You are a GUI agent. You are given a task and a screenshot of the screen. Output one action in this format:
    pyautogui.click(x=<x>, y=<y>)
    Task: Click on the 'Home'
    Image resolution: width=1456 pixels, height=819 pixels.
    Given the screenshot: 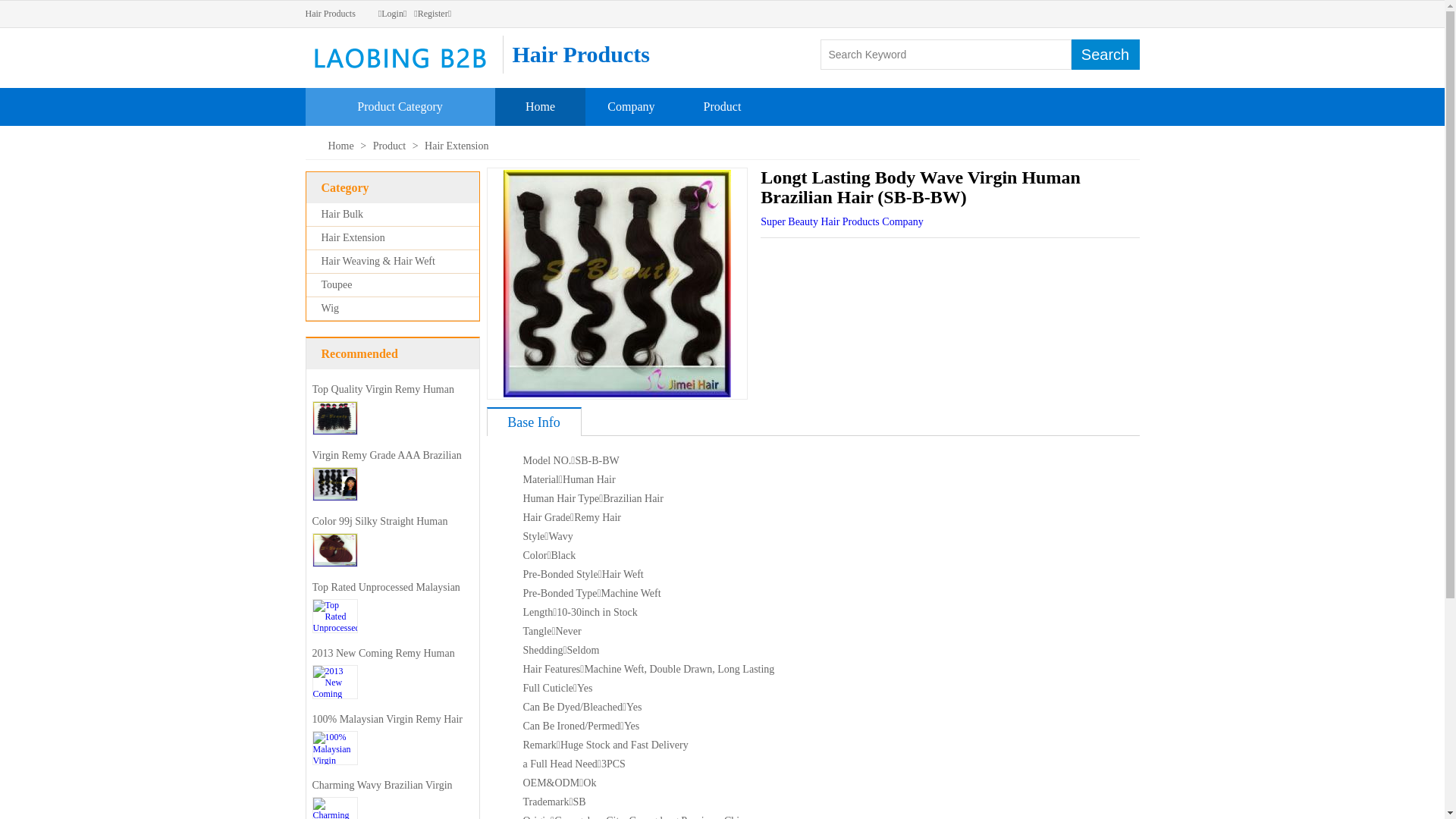 What is the action you would take?
    pyautogui.click(x=540, y=105)
    